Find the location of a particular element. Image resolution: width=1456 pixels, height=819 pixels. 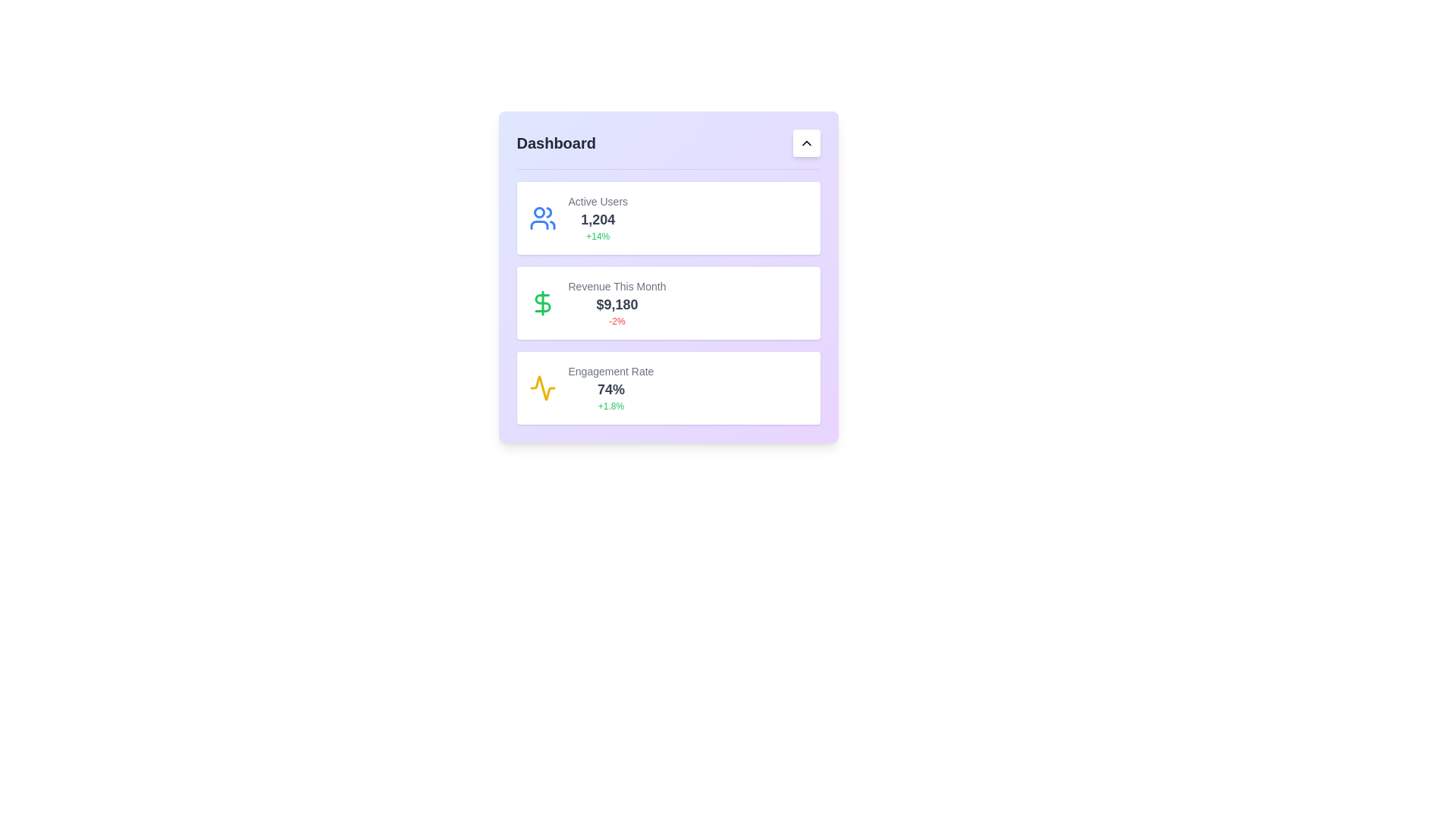

the Card displaying the engagement statistic, which shows 'Engagement Rate' and '74%' in bold, located below the 'Active Users' and 'Revenue This Month' cards is located at coordinates (667, 388).